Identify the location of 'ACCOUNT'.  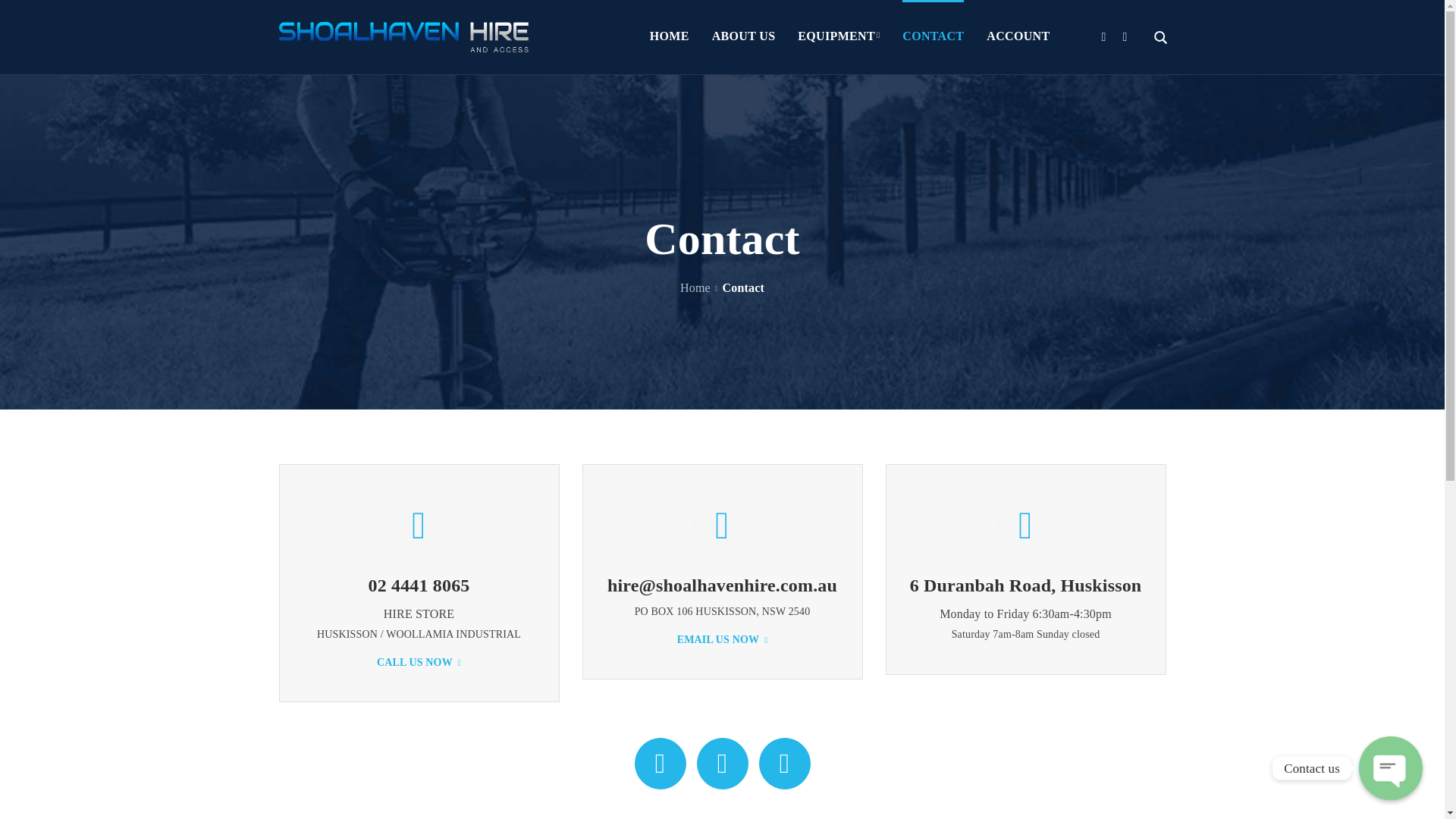
(1018, 36).